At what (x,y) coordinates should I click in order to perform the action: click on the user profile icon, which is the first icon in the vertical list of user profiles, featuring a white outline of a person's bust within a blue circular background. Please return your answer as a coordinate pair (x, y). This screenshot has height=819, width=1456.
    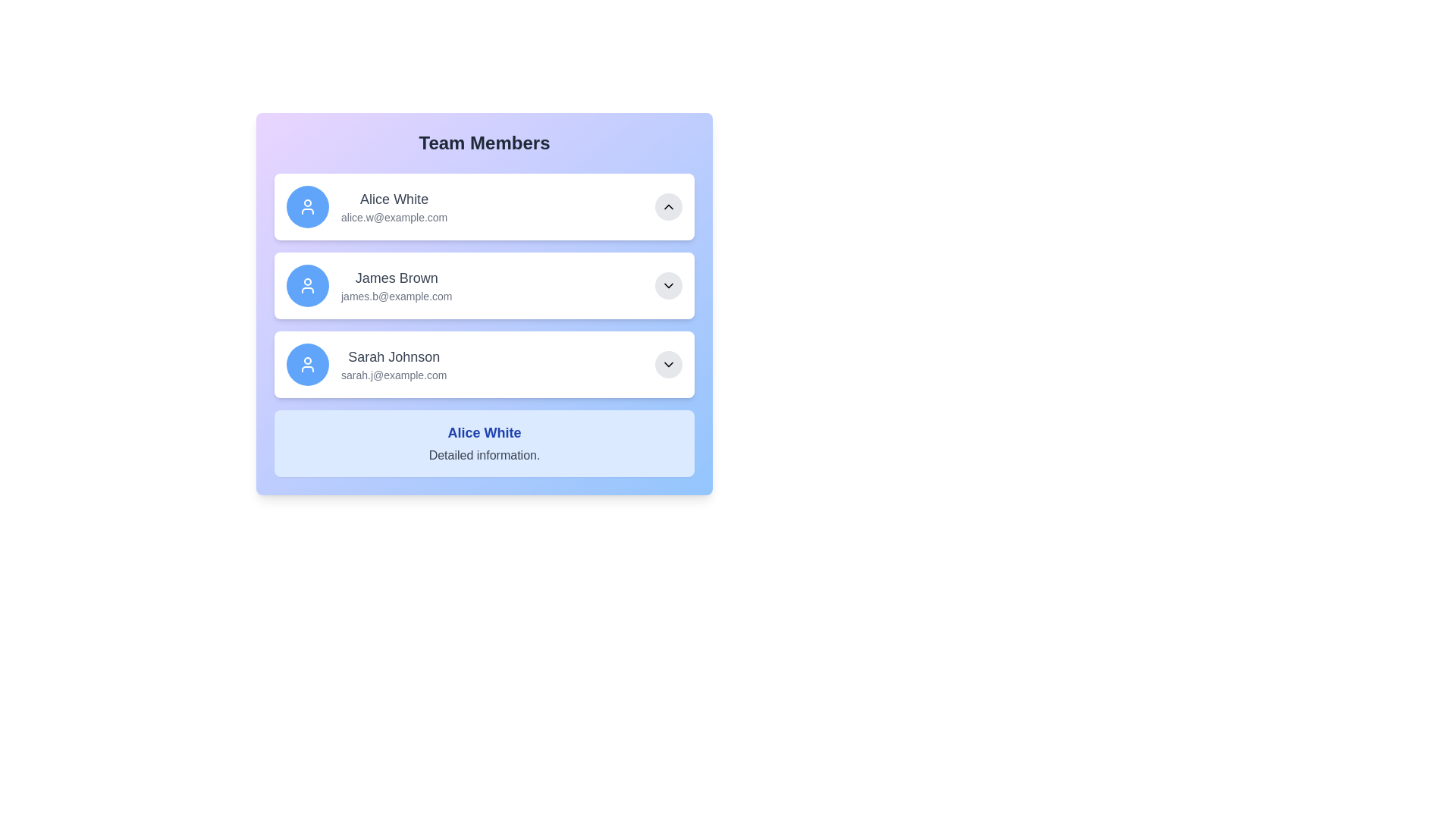
    Looking at the image, I should click on (307, 365).